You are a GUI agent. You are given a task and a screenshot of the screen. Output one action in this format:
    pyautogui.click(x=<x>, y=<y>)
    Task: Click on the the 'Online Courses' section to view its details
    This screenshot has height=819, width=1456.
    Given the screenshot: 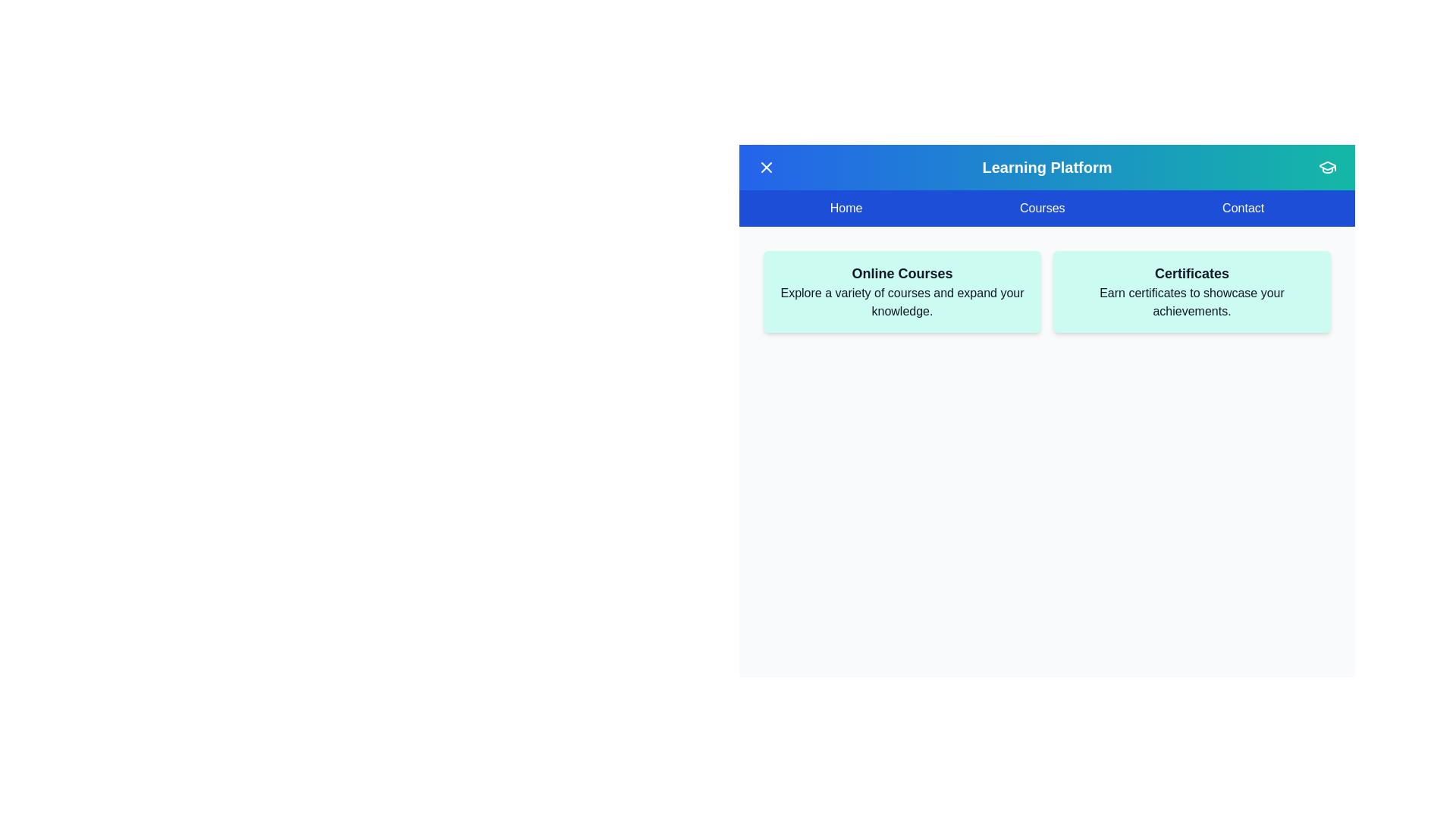 What is the action you would take?
    pyautogui.click(x=902, y=274)
    